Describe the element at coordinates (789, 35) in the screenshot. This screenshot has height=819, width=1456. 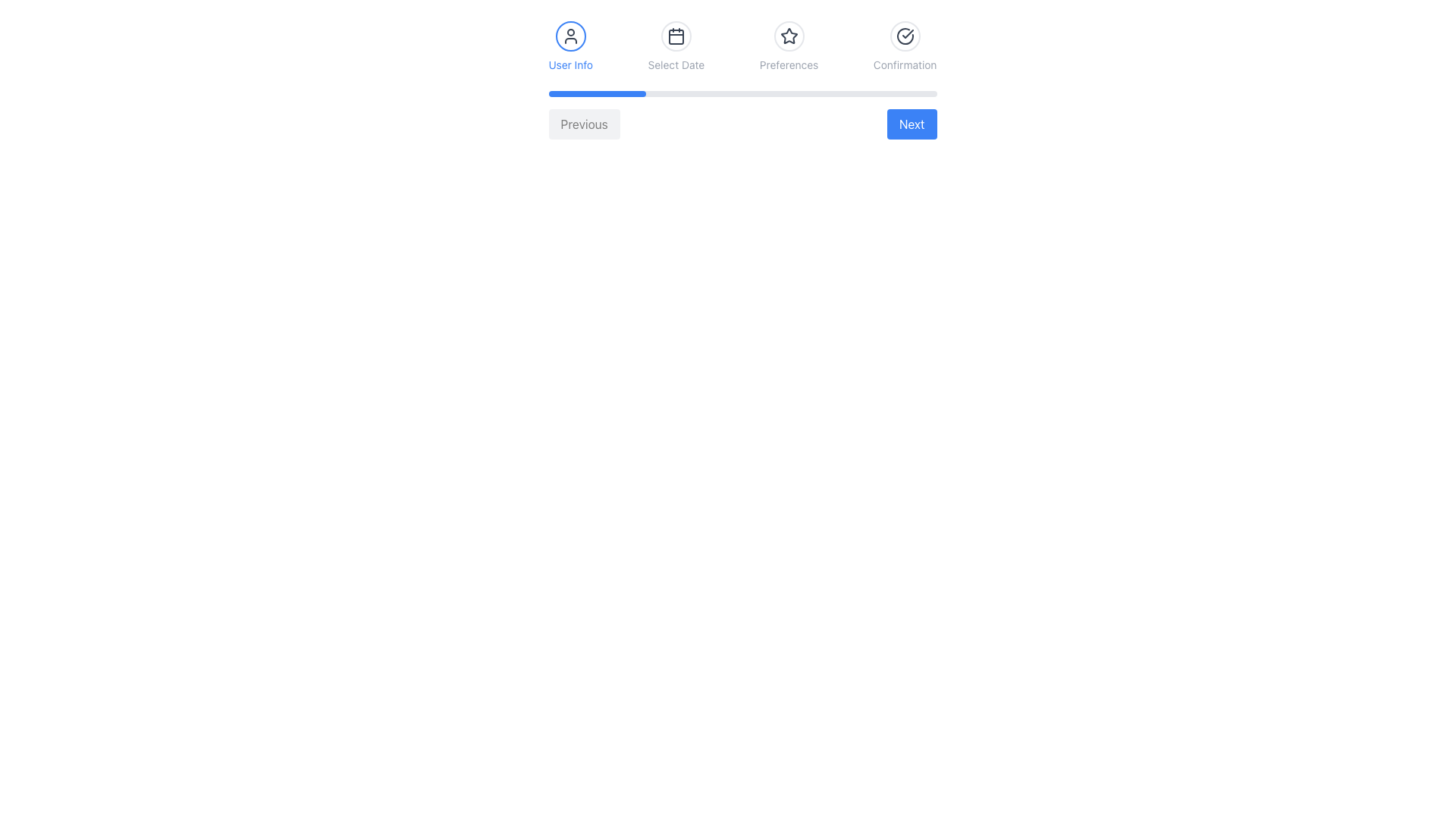
I see `the 'Preferences' button located centrally at the top of the interface, which is the third step in the navigation workflow between 'Select Date' and 'Confirmation'` at that location.